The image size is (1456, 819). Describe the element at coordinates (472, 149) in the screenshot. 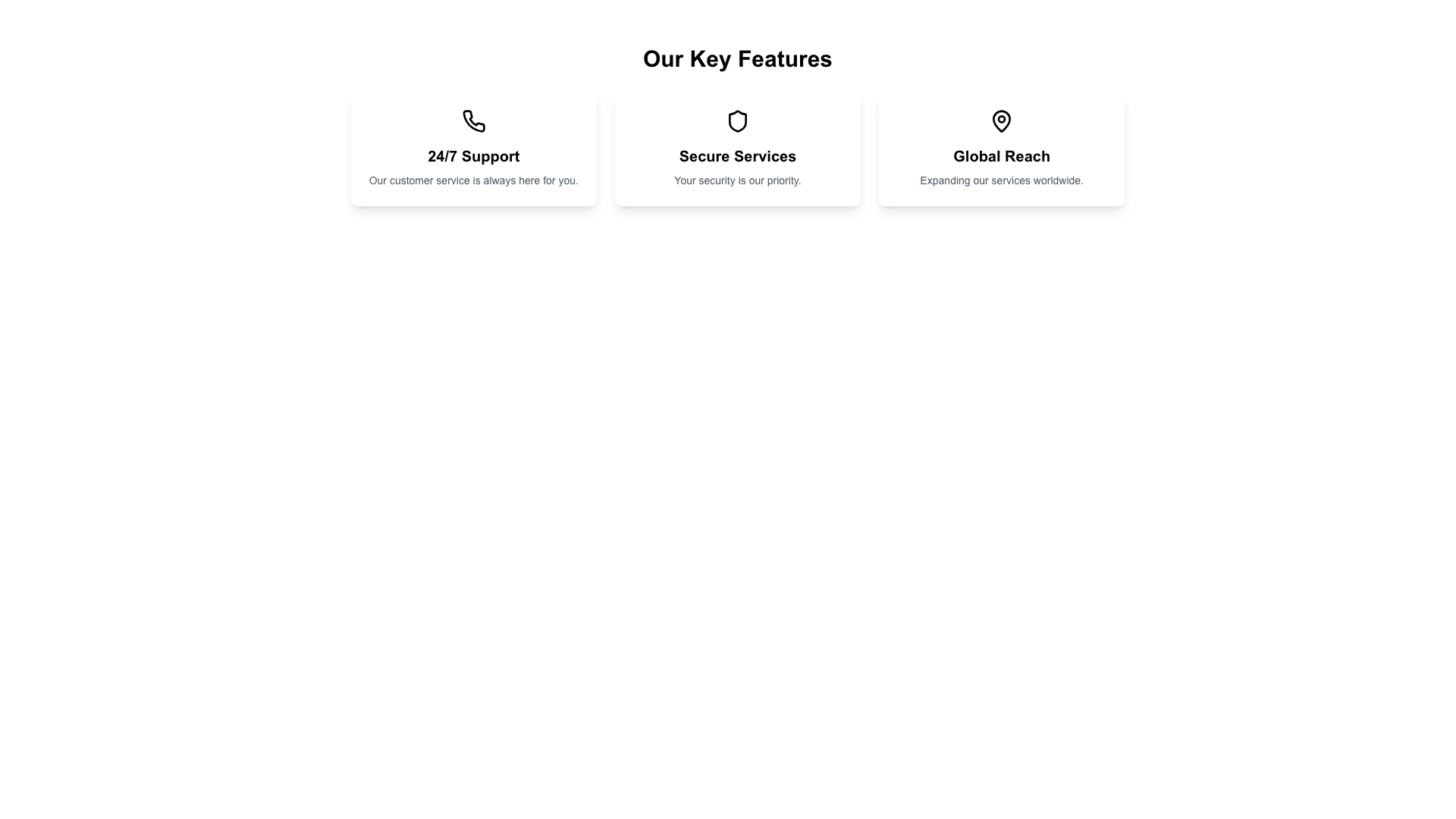

I see `the Informational Card featuring a black phone icon and the text '24/7 Support', which is located in the leftmost position among three similar elements` at that location.